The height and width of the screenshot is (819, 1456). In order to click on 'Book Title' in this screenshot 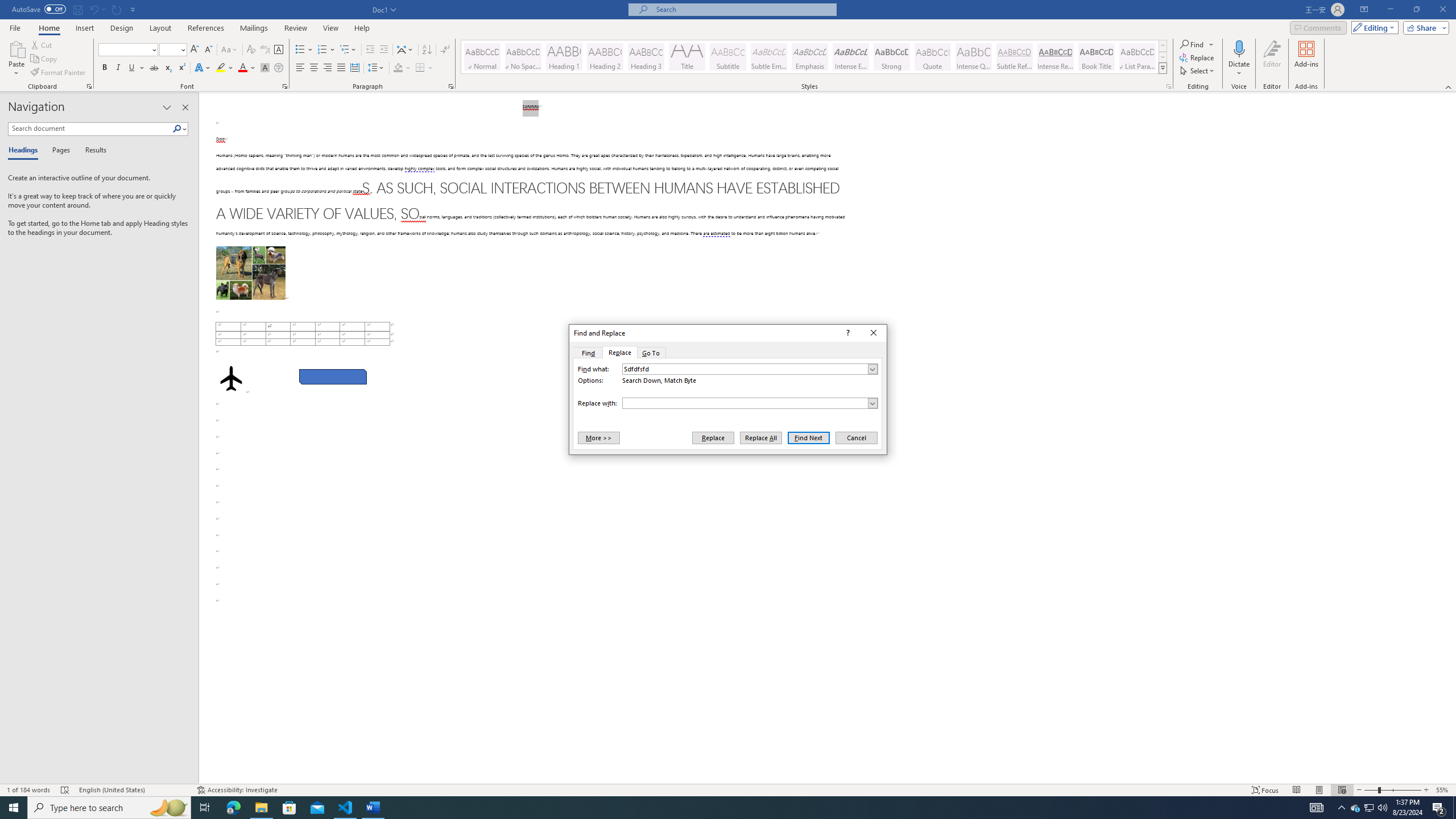, I will do `click(1096, 56)`.